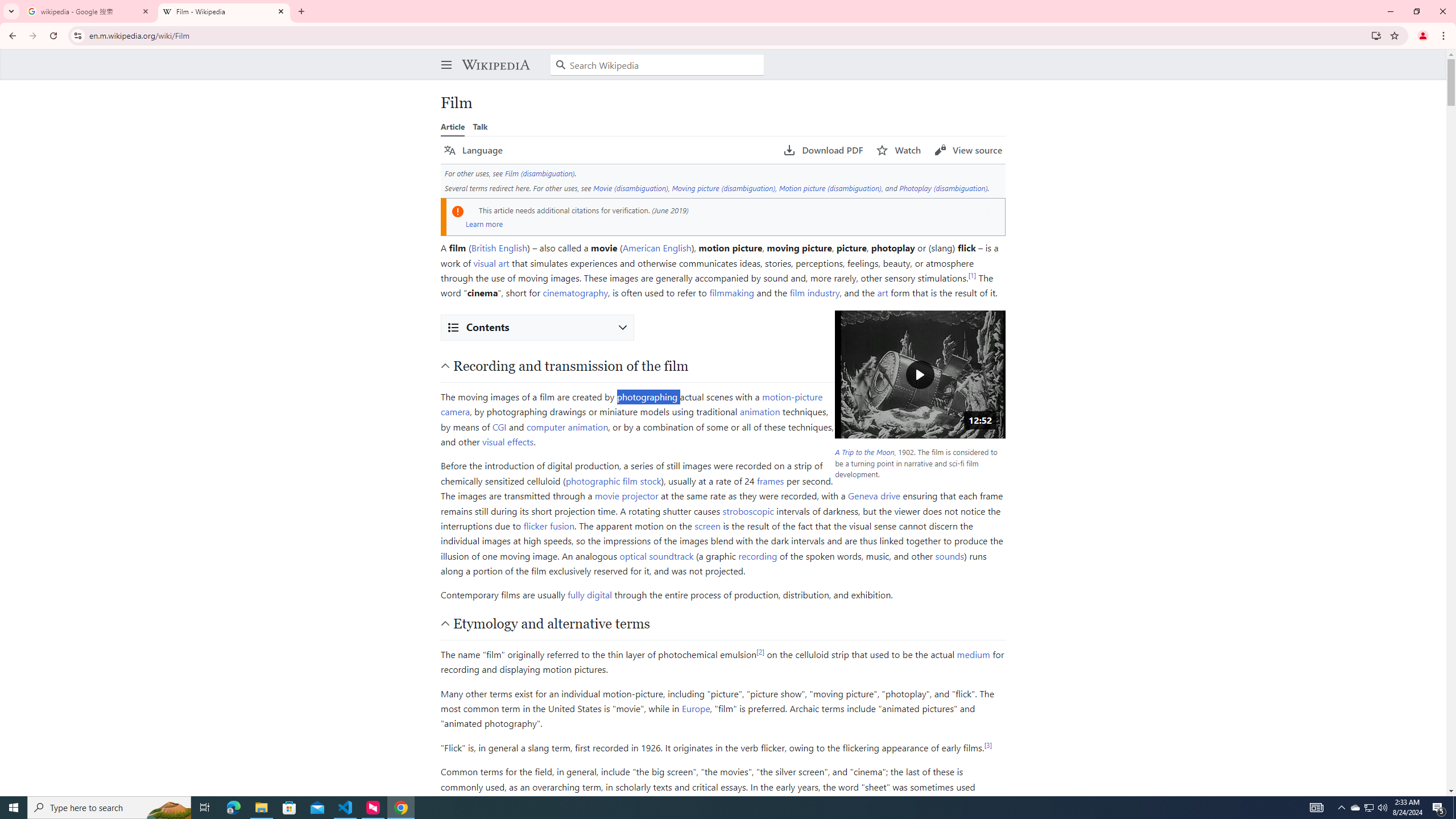 This screenshot has height=819, width=1456. I want to click on 'Search Wikipedia', so click(656, 65).